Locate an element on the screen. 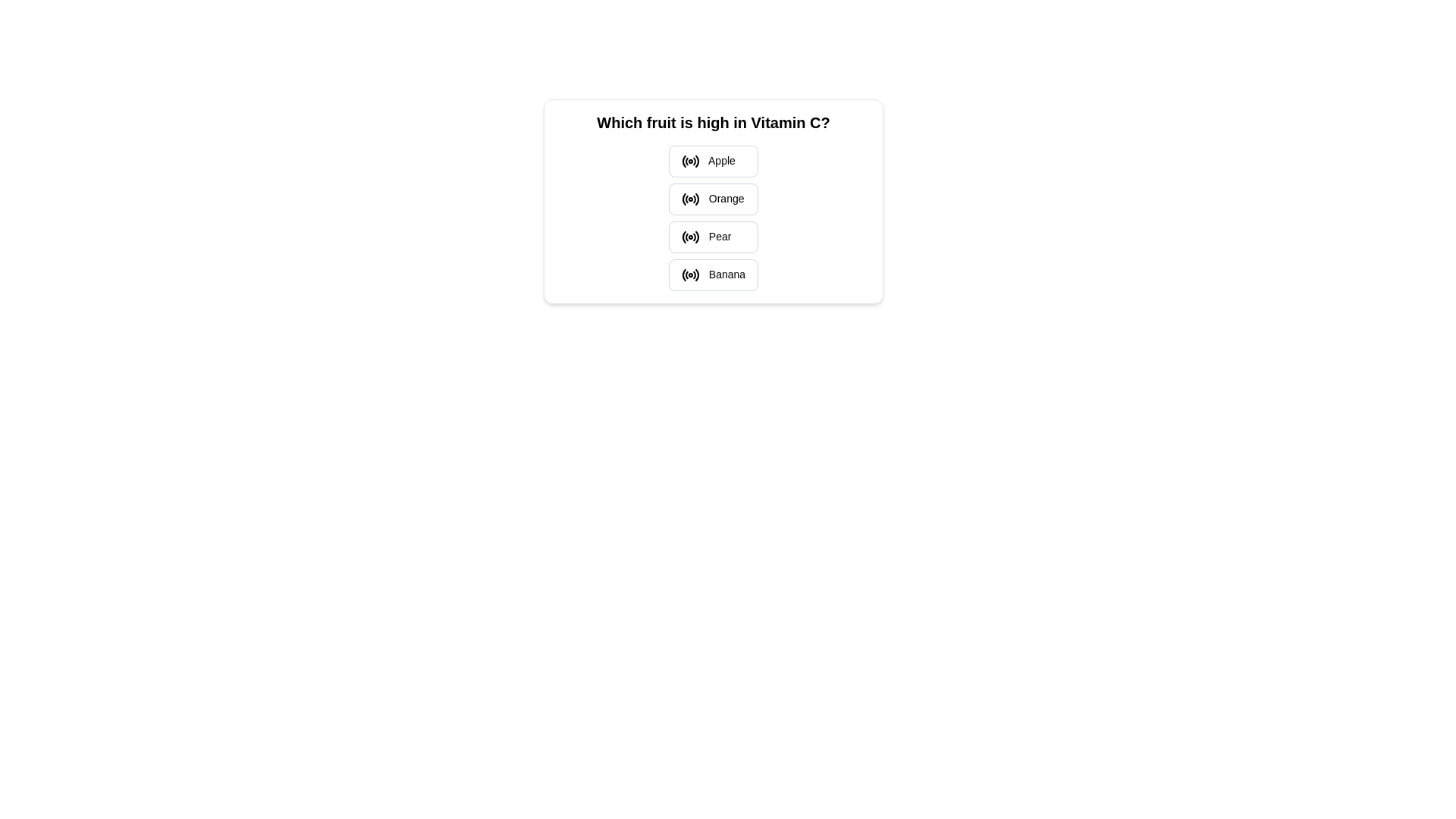  the radio button labeled 'Apple' to emphasize selection as it is the first element in a vertically-aligned list of choices is located at coordinates (712, 161).